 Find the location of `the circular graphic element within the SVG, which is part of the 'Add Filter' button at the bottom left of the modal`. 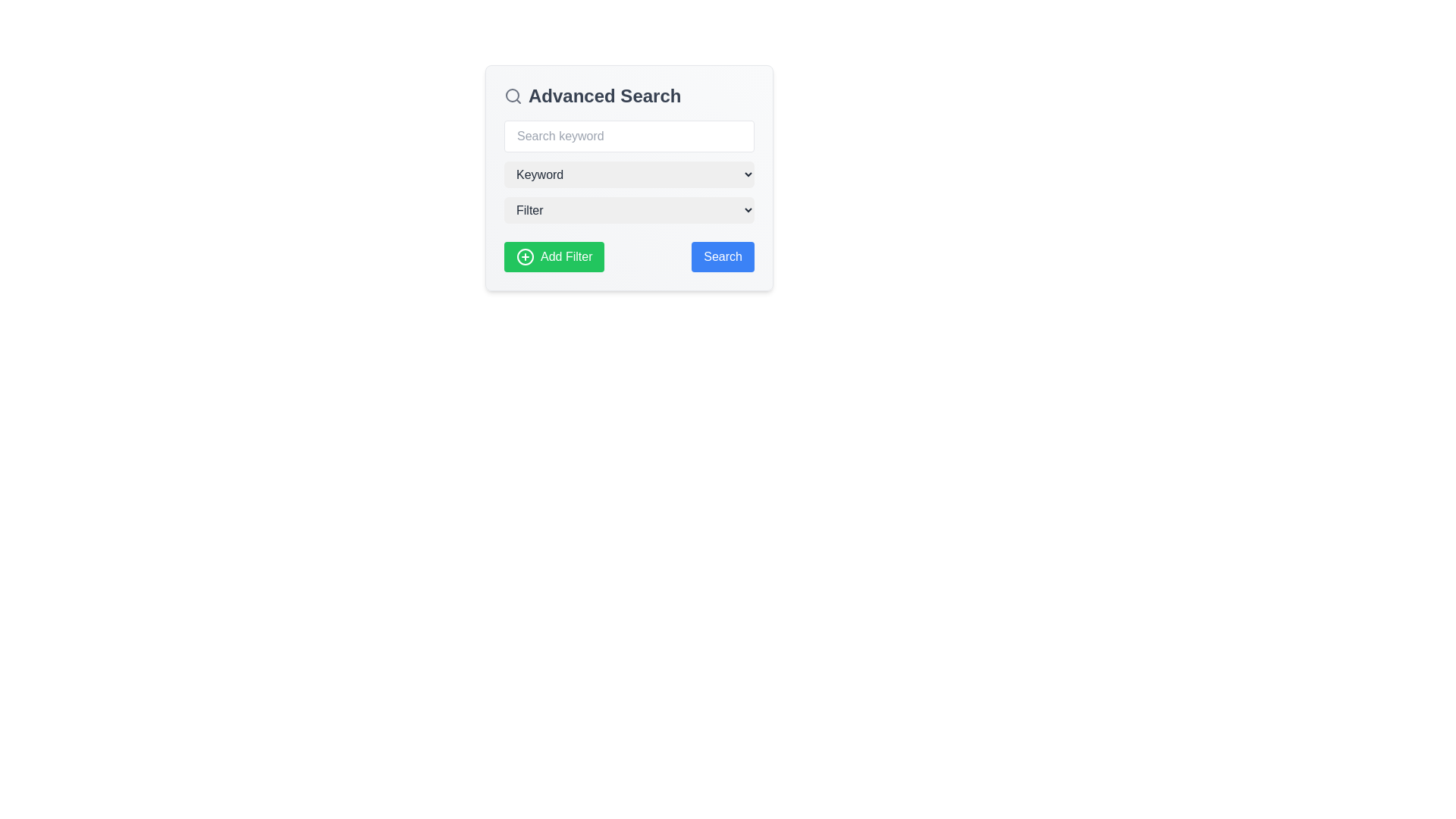

the circular graphic element within the SVG, which is part of the 'Add Filter' button at the bottom left of the modal is located at coordinates (525, 256).